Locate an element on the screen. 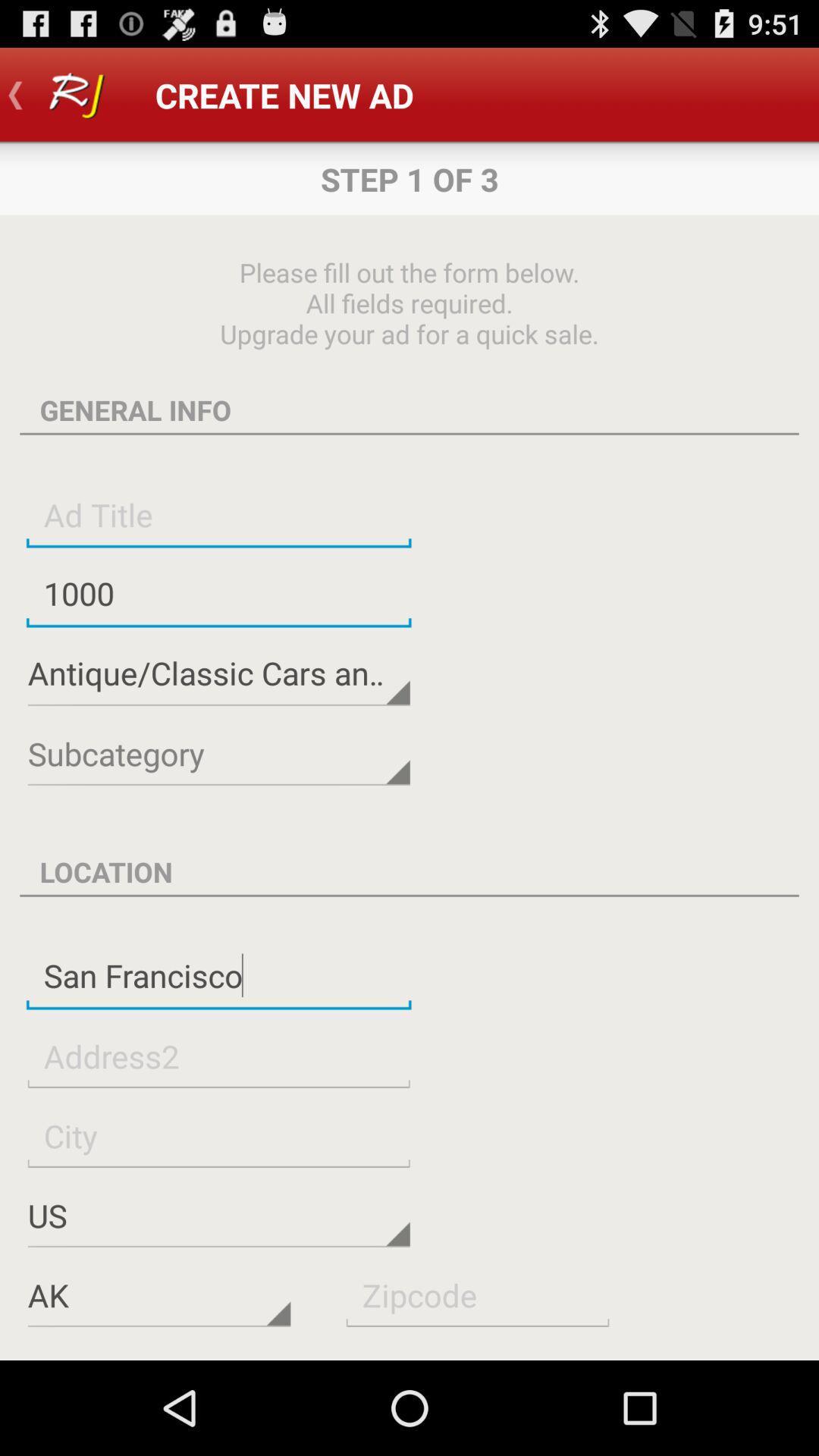  advertisement title is located at coordinates (218, 514).